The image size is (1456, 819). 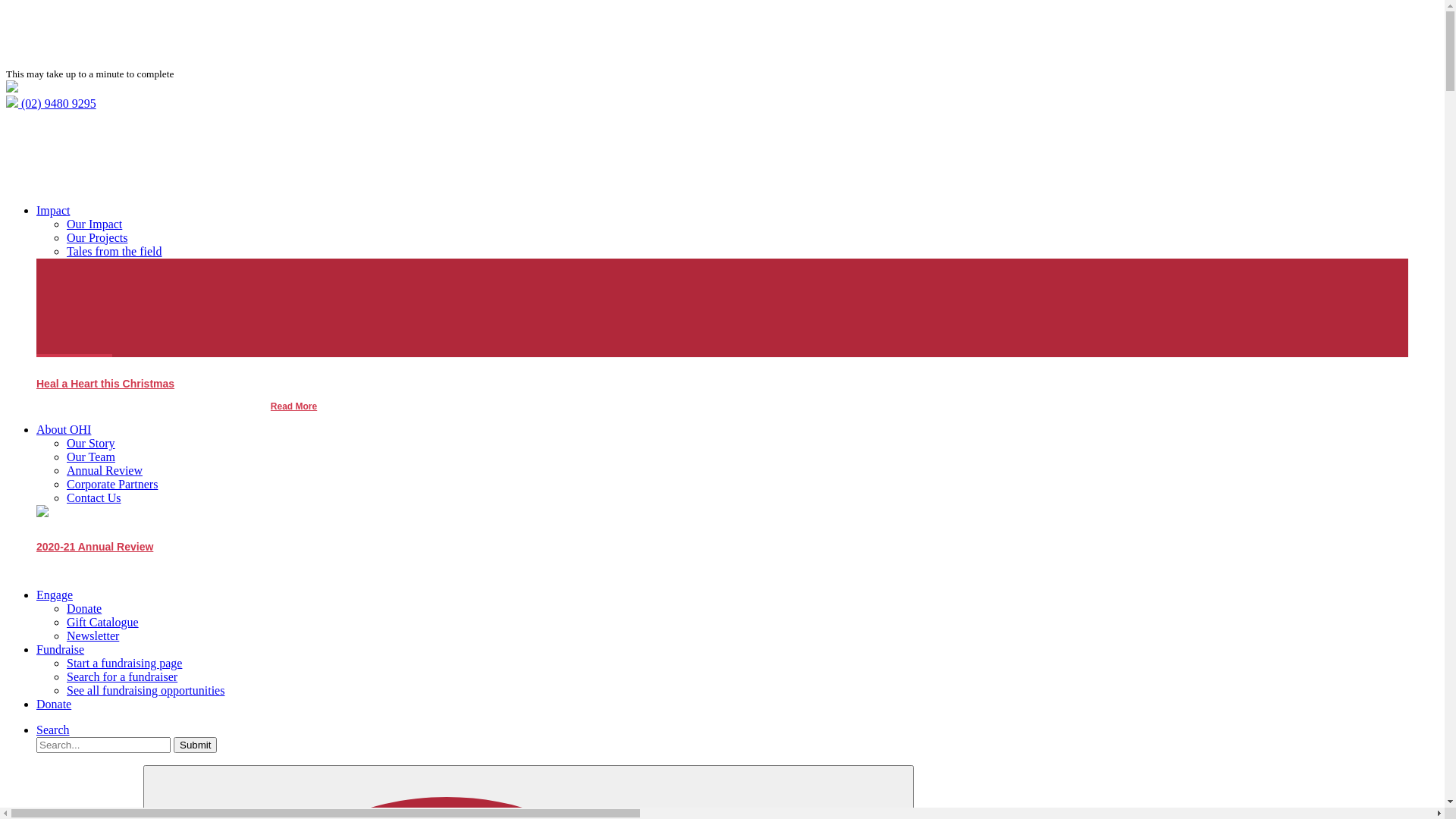 I want to click on 'Donate', so click(x=83, y=607).